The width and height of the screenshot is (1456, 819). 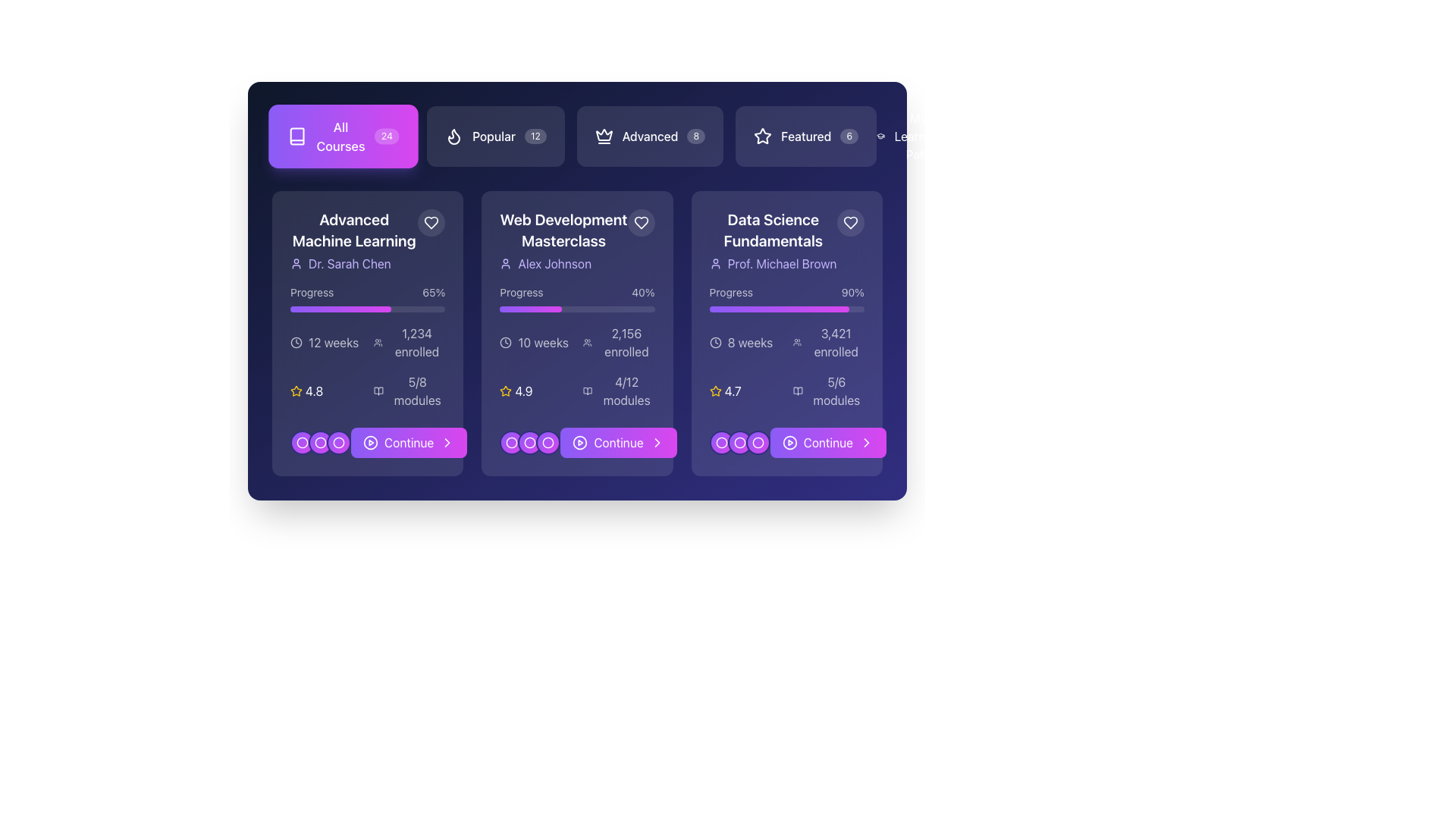 I want to click on the favorite icon button located in the upper-right corner of the 'Web Development Masterclass' card, so click(x=641, y=222).